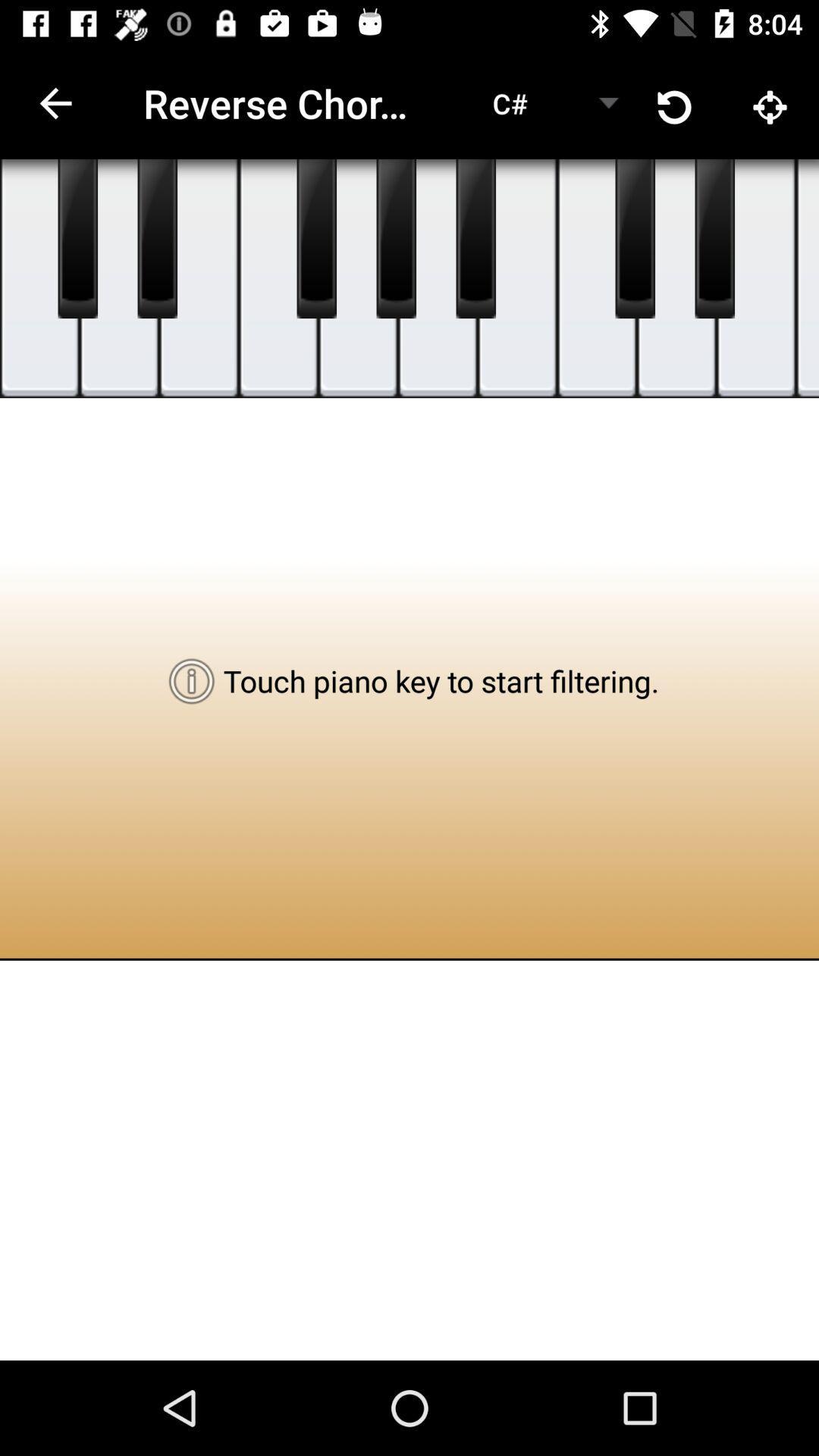 Image resolution: width=819 pixels, height=1456 pixels. Describe the element at coordinates (714, 238) in the screenshot. I see `eb piano key` at that location.